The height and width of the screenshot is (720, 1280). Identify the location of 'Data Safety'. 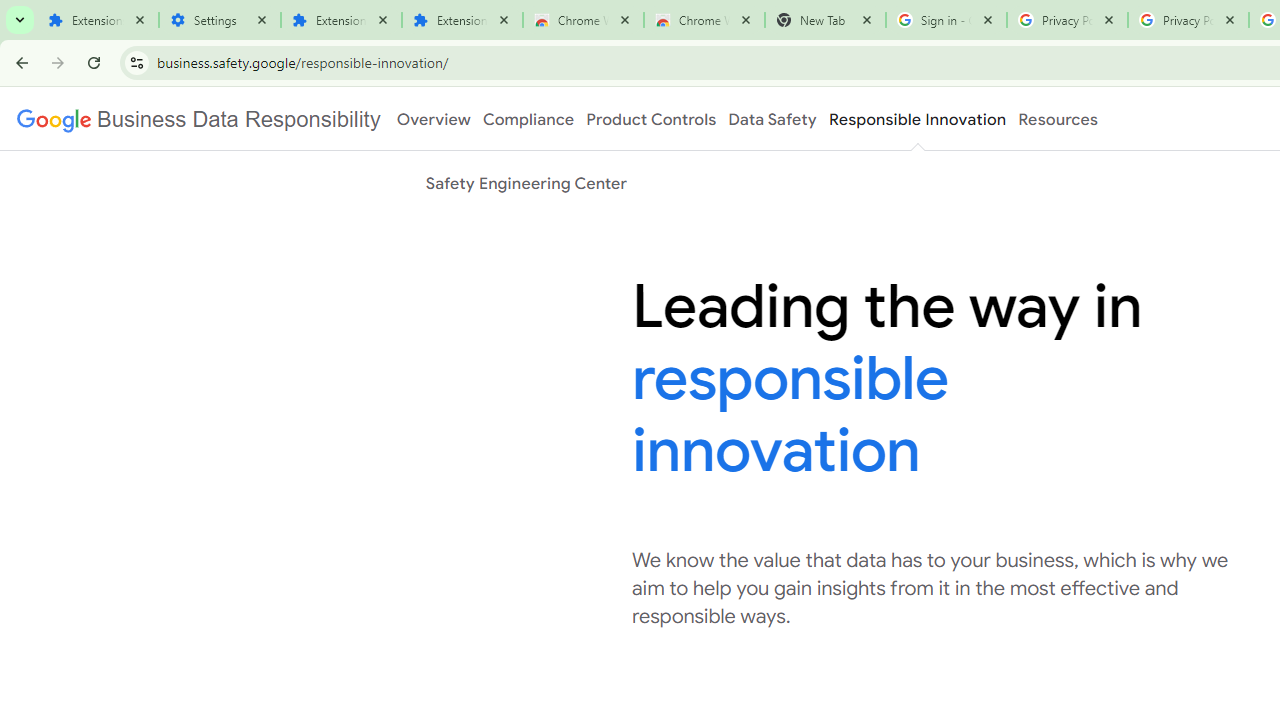
(771, 119).